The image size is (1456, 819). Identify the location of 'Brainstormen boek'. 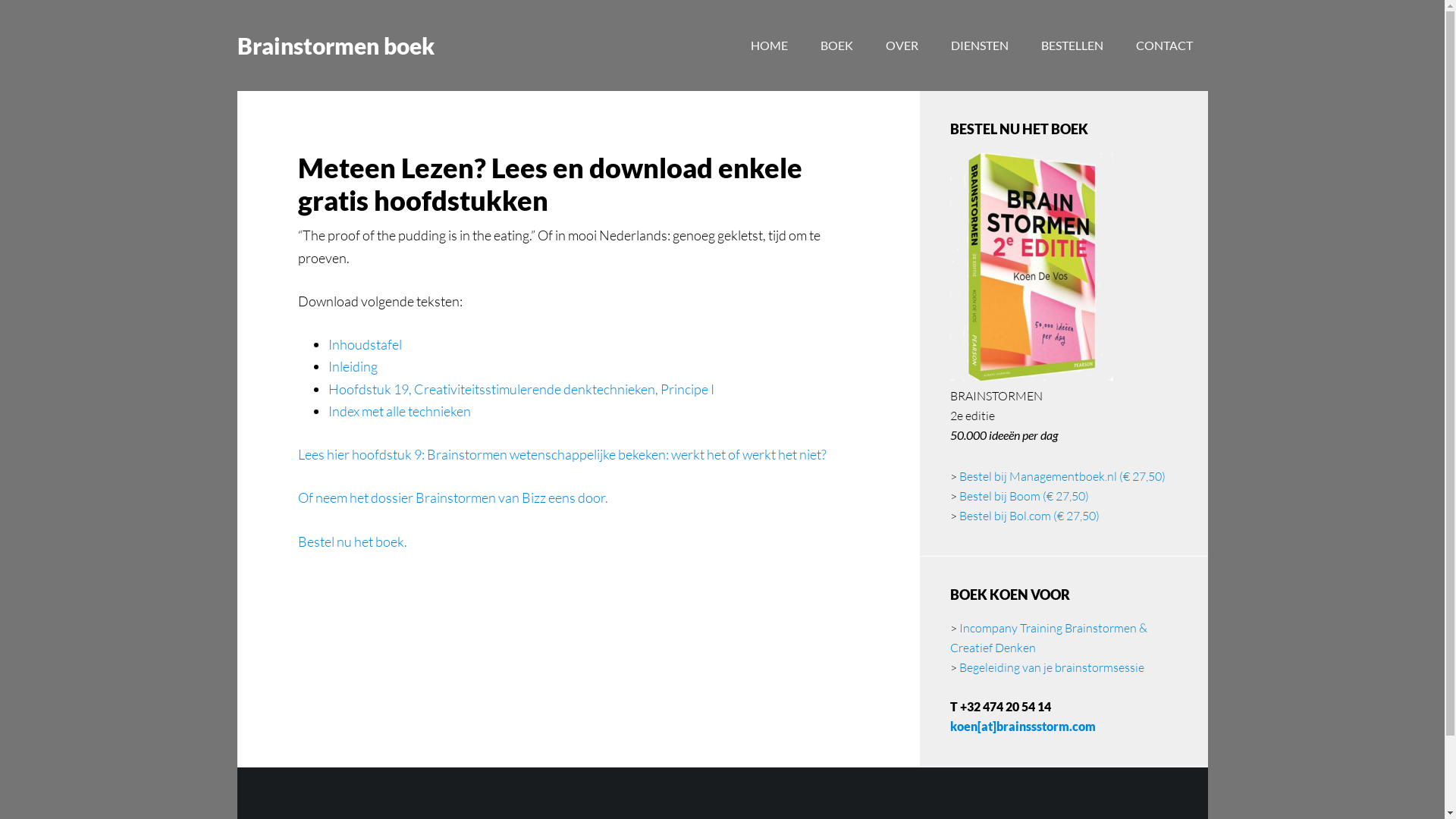
(334, 45).